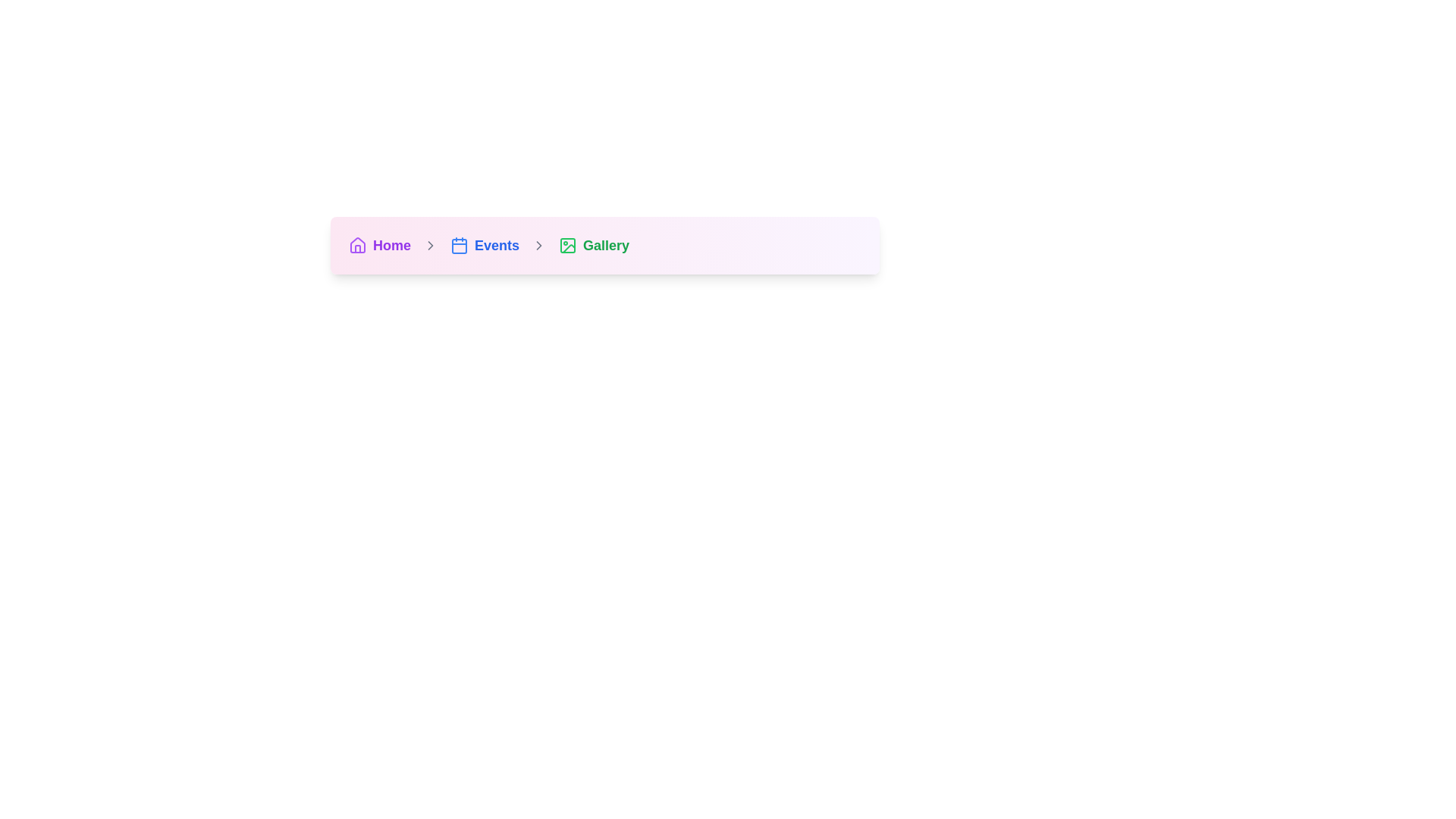 The height and width of the screenshot is (819, 1456). Describe the element at coordinates (566, 245) in the screenshot. I see `the green rectangular SVG element that is part of the breadcrumb navigation bar for the 'Gallery' link by moving the cursor to its center point` at that location.